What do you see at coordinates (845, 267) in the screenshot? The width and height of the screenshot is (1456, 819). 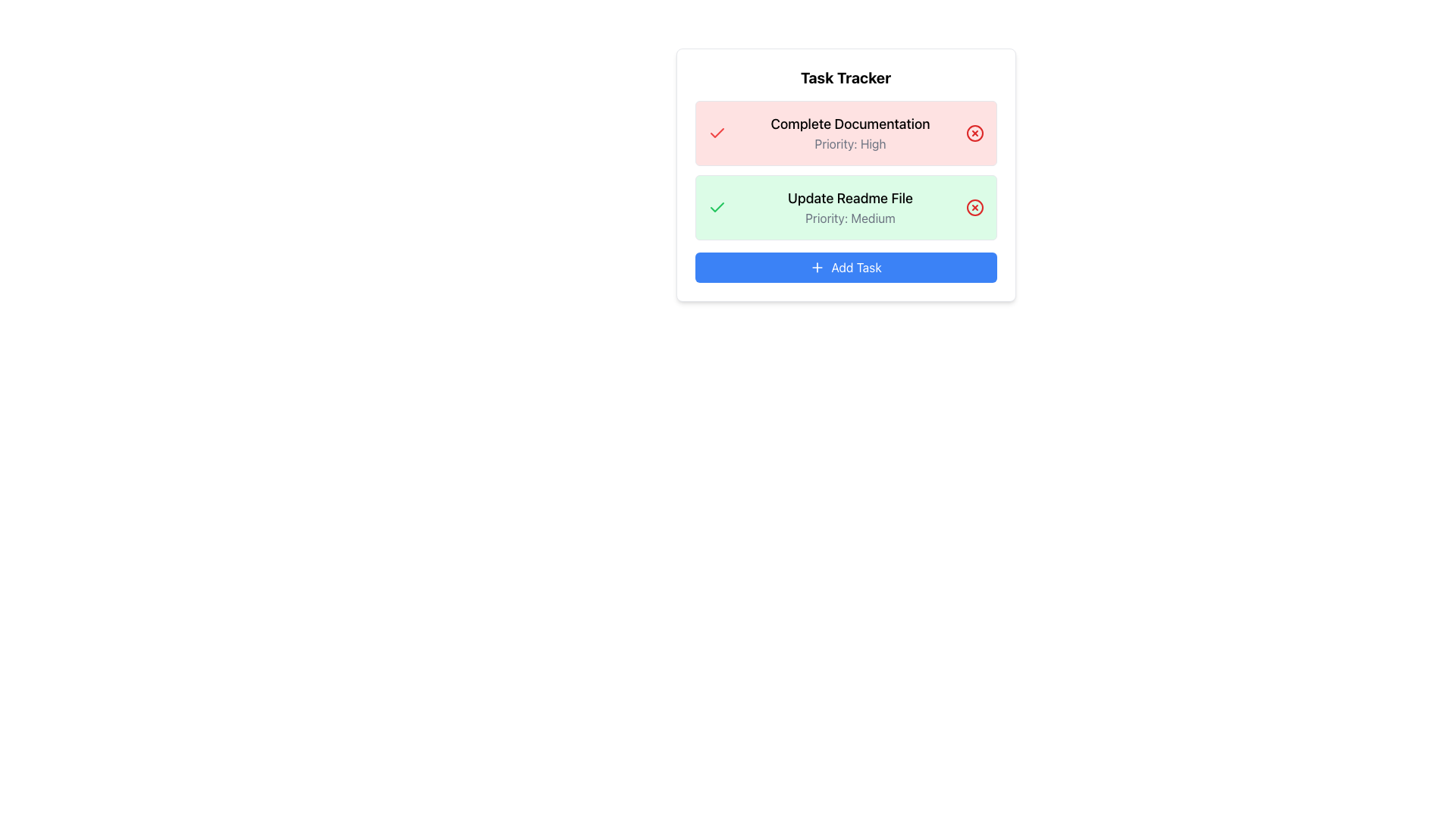 I see `the button located at the bottom of the task management interface` at bounding box center [845, 267].